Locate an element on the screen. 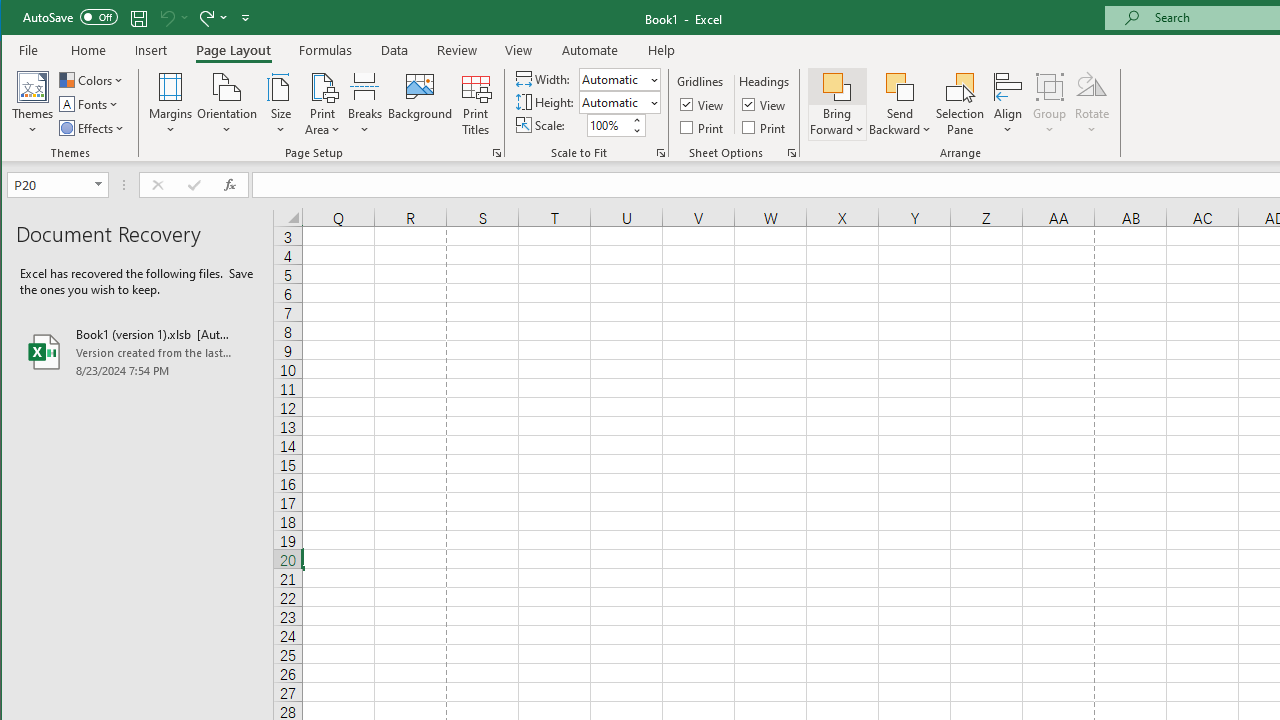 The height and width of the screenshot is (720, 1280). 'Orientation' is located at coordinates (227, 104).